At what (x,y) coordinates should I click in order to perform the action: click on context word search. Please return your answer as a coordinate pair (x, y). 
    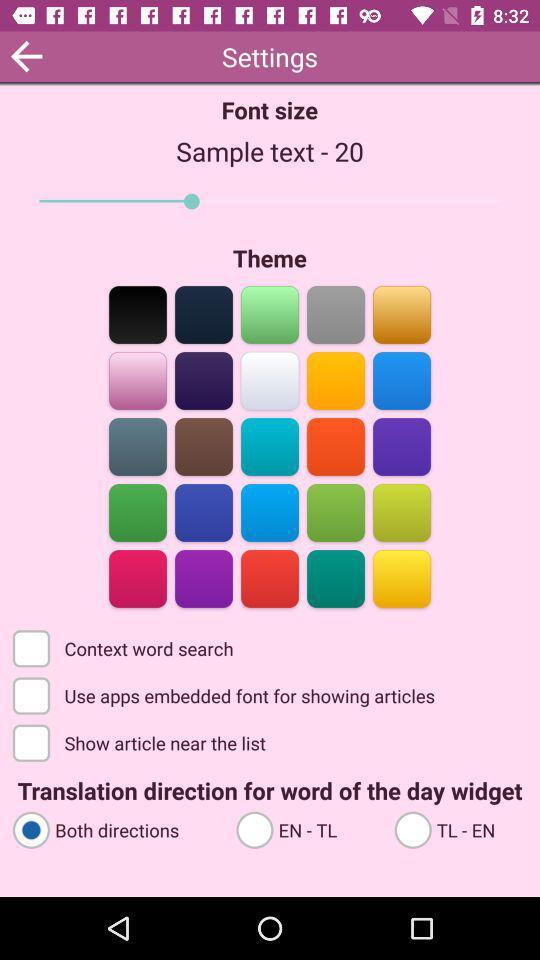
    Looking at the image, I should click on (125, 646).